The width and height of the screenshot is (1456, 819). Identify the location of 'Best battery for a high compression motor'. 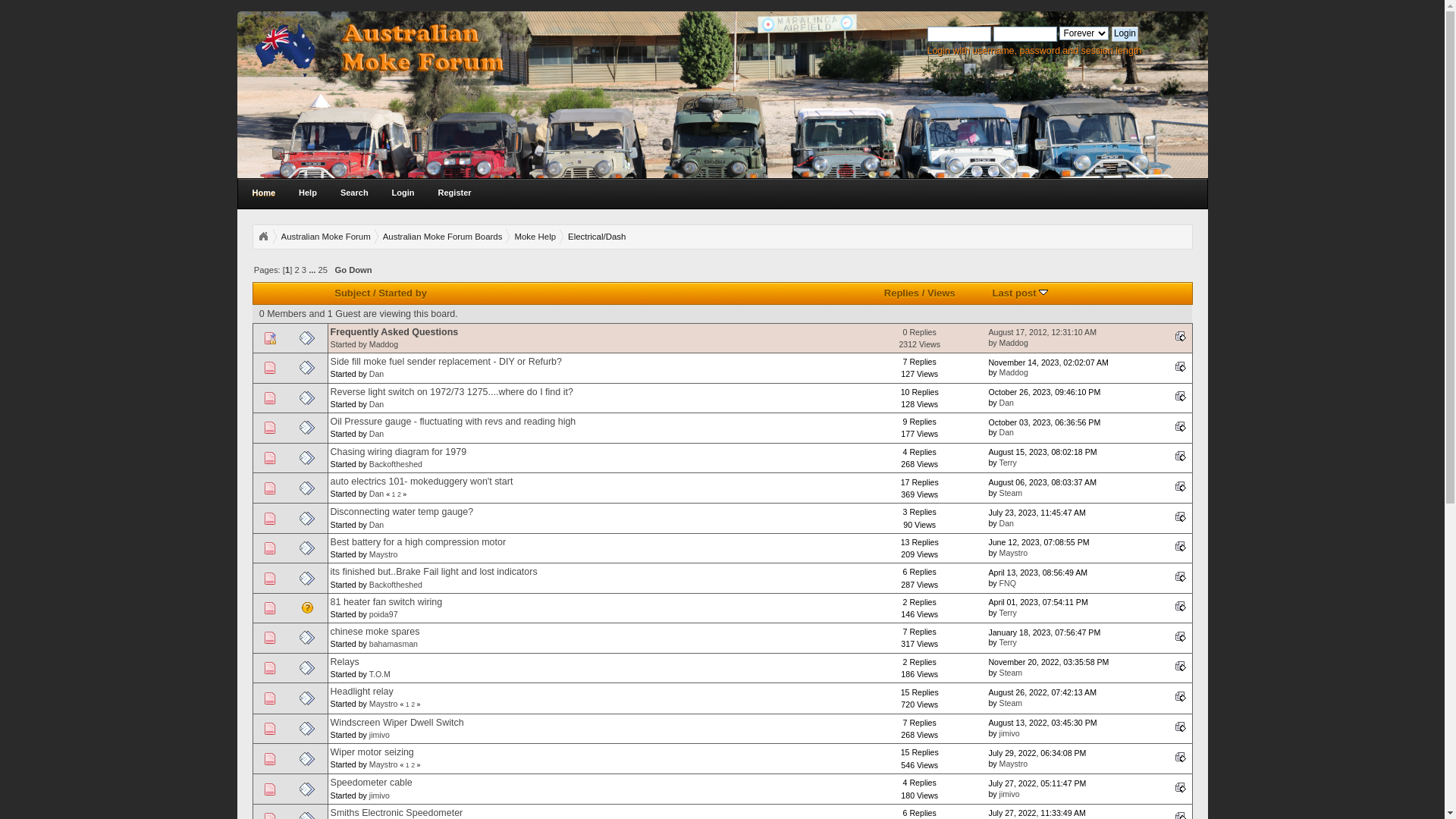
(418, 541).